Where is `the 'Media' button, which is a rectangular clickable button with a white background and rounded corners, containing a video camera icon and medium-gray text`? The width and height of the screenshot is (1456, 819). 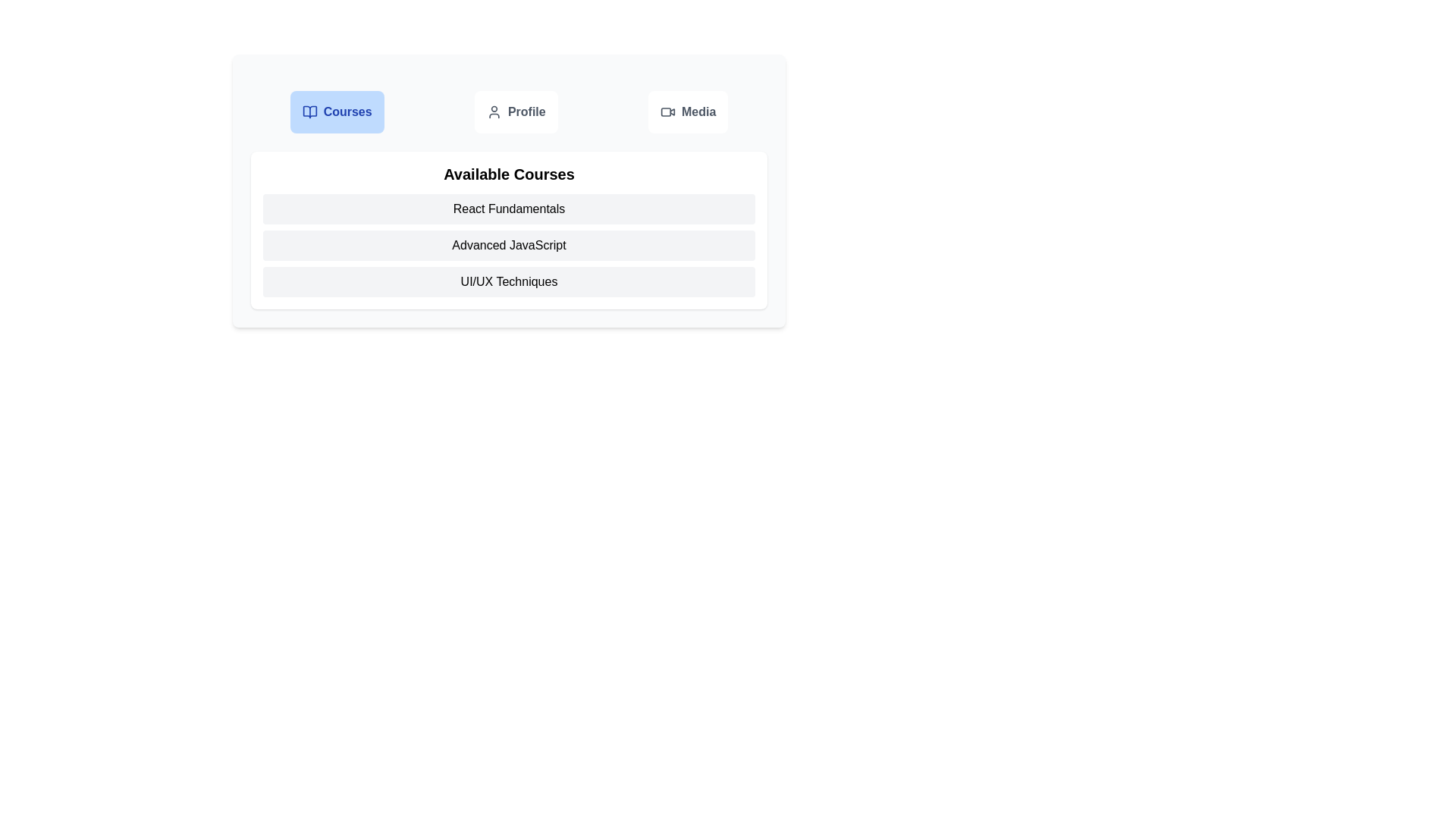 the 'Media' button, which is a rectangular clickable button with a white background and rounded corners, containing a video camera icon and medium-gray text is located at coordinates (687, 111).